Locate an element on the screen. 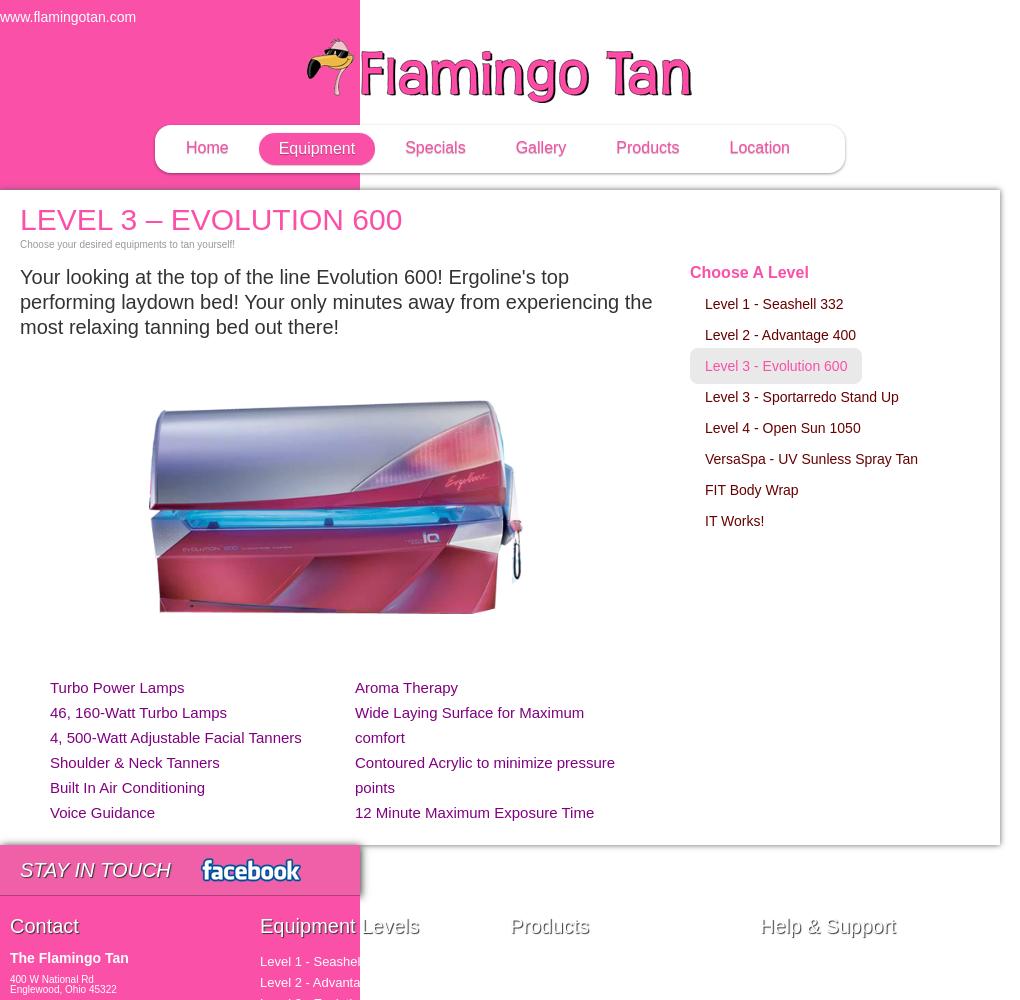 This screenshot has width=1020, height=1000. 'Home' is located at coordinates (205, 147).